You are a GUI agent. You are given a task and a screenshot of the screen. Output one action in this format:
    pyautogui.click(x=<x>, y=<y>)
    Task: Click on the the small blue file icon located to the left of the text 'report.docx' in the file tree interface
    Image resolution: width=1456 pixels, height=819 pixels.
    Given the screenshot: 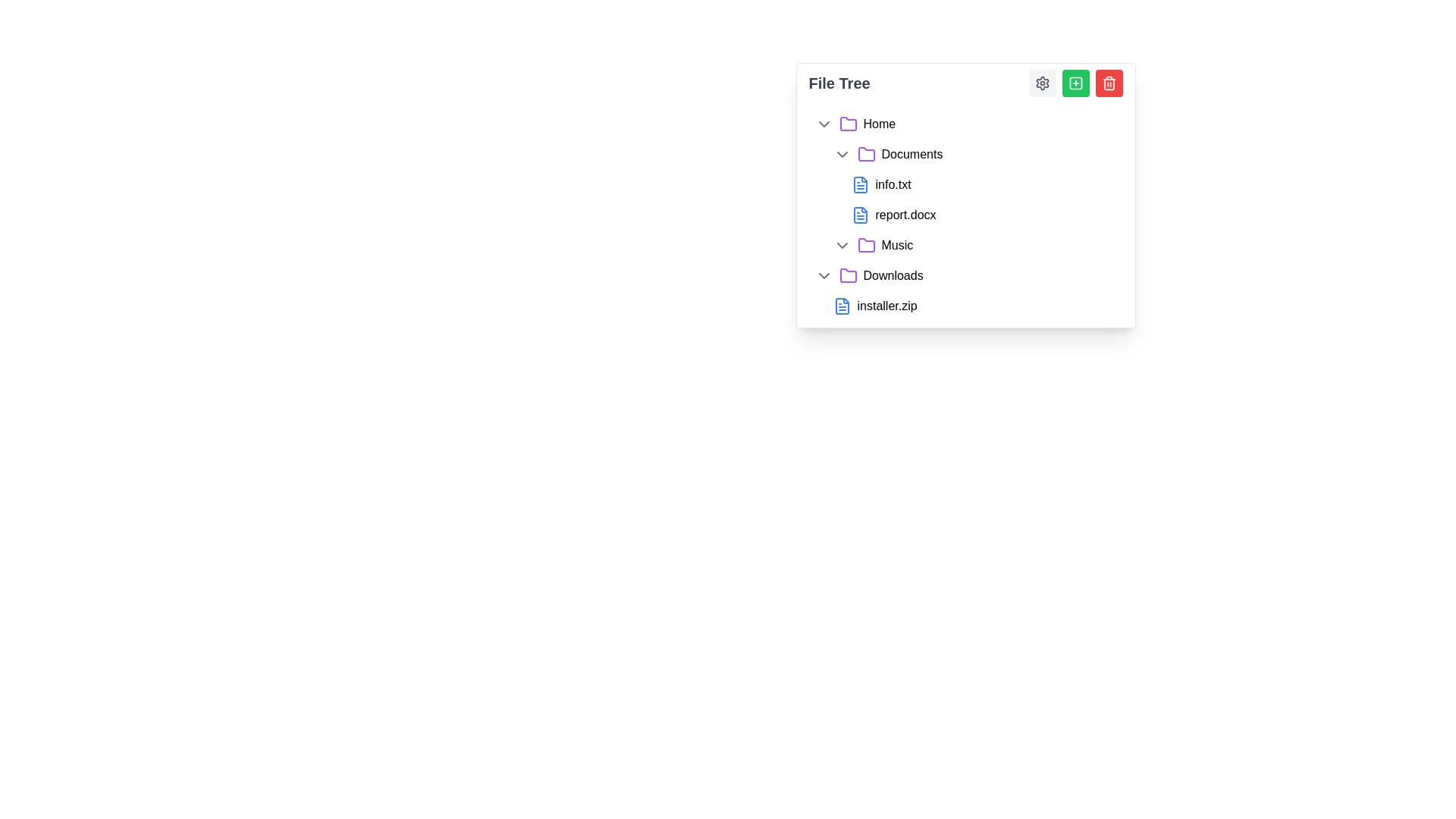 What is the action you would take?
    pyautogui.click(x=860, y=215)
    